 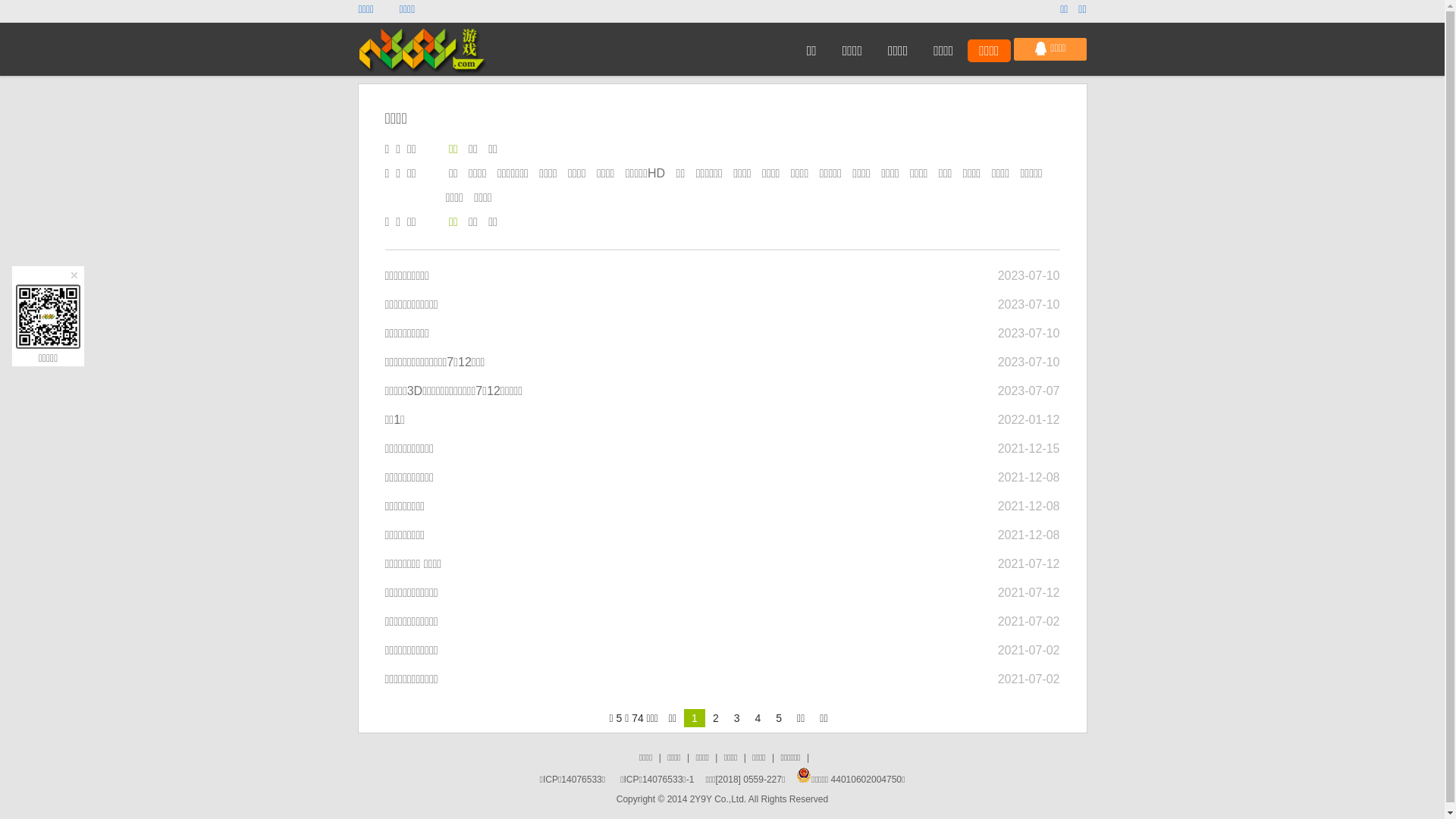 What do you see at coordinates (715, 717) in the screenshot?
I see `'2'` at bounding box center [715, 717].